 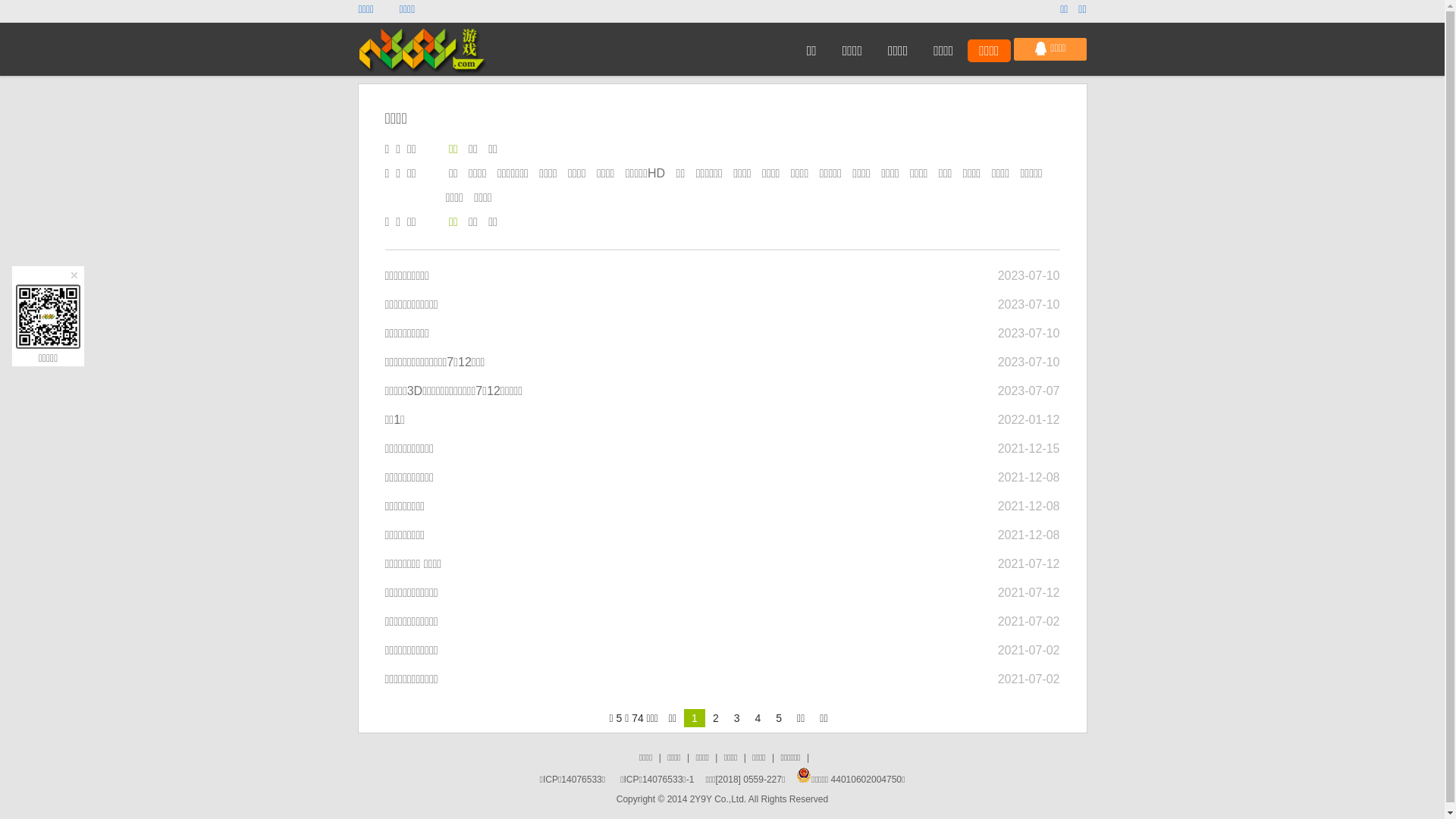 What do you see at coordinates (715, 717) in the screenshot?
I see `'2'` at bounding box center [715, 717].